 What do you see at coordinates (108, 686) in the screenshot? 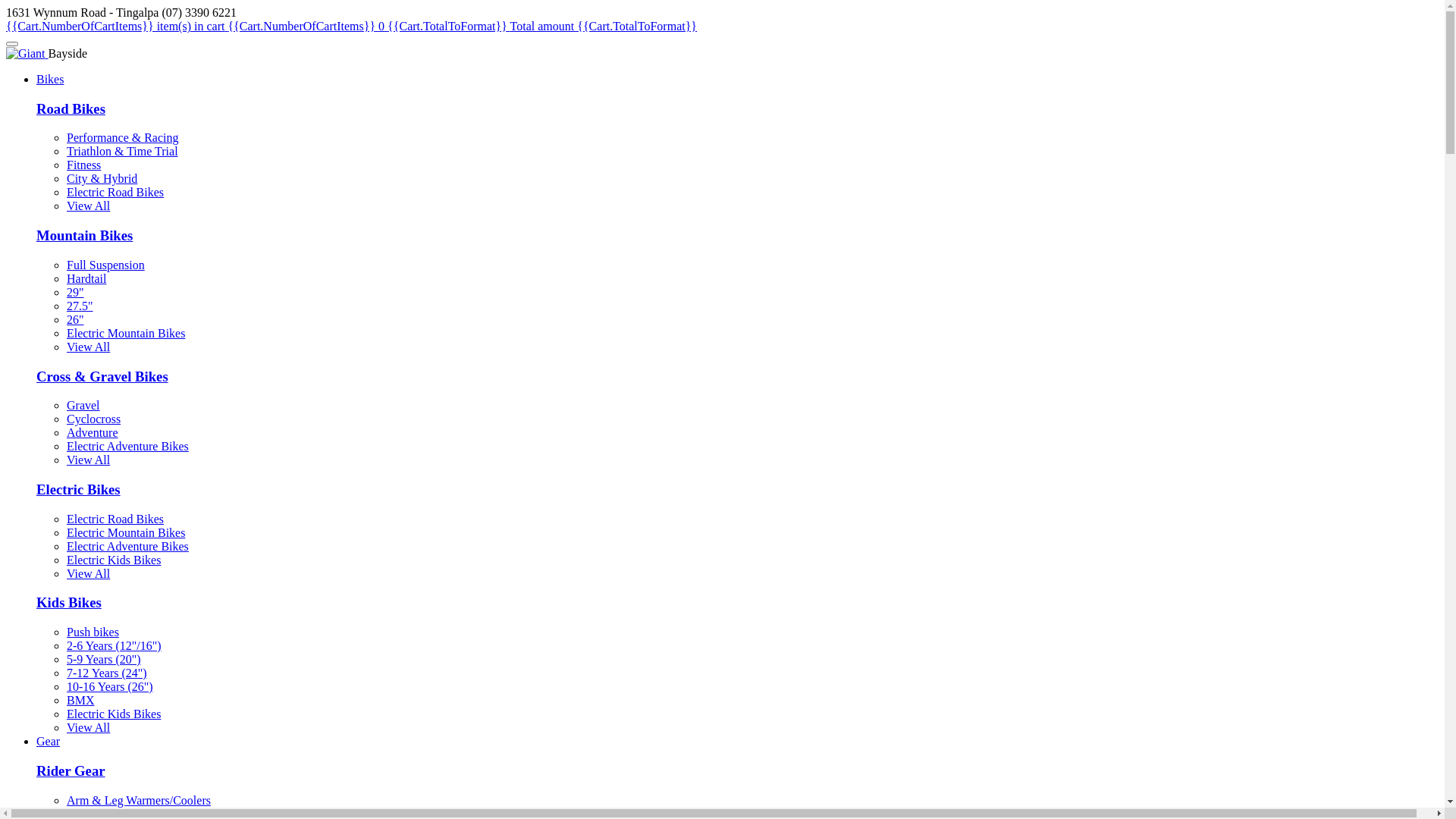
I see `'10-16 Years (26")'` at bounding box center [108, 686].